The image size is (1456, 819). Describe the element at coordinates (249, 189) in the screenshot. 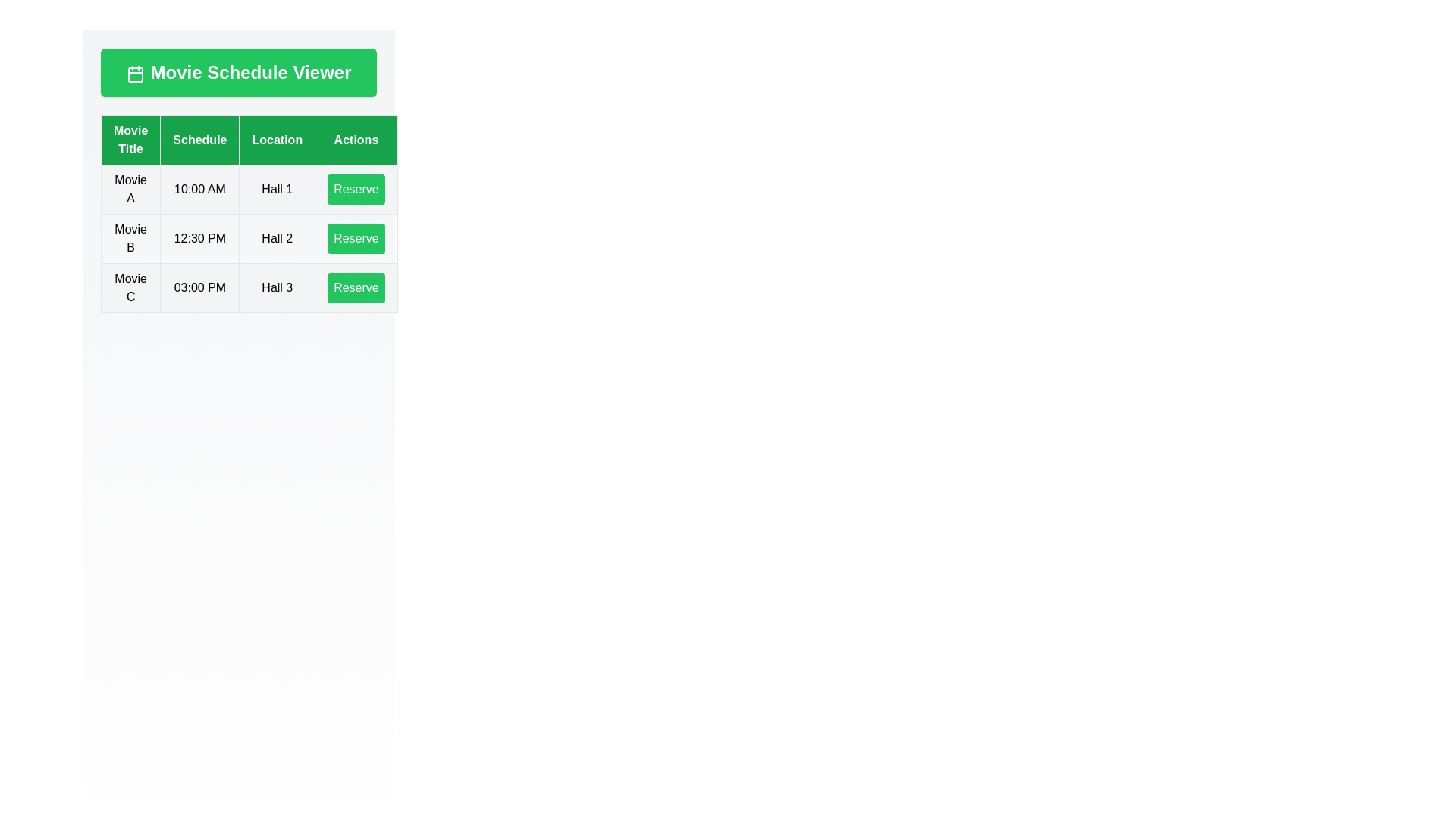

I see `the row corresponding to Movie A` at that location.